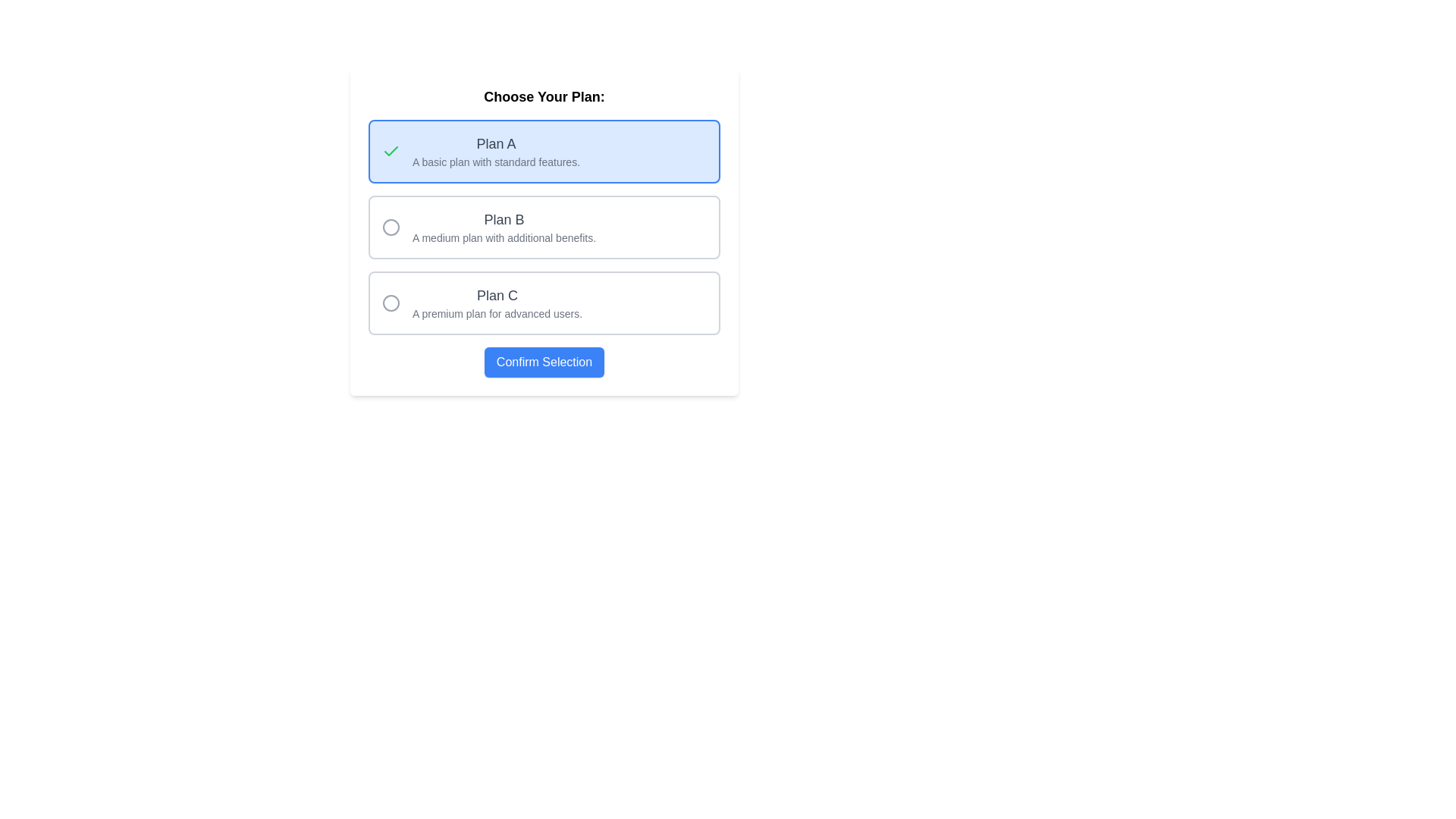 The width and height of the screenshot is (1456, 819). I want to click on the 'Confirm Selection' button, which is a rectangular button with a blue background and white text, to observe its styling changes, so click(544, 362).